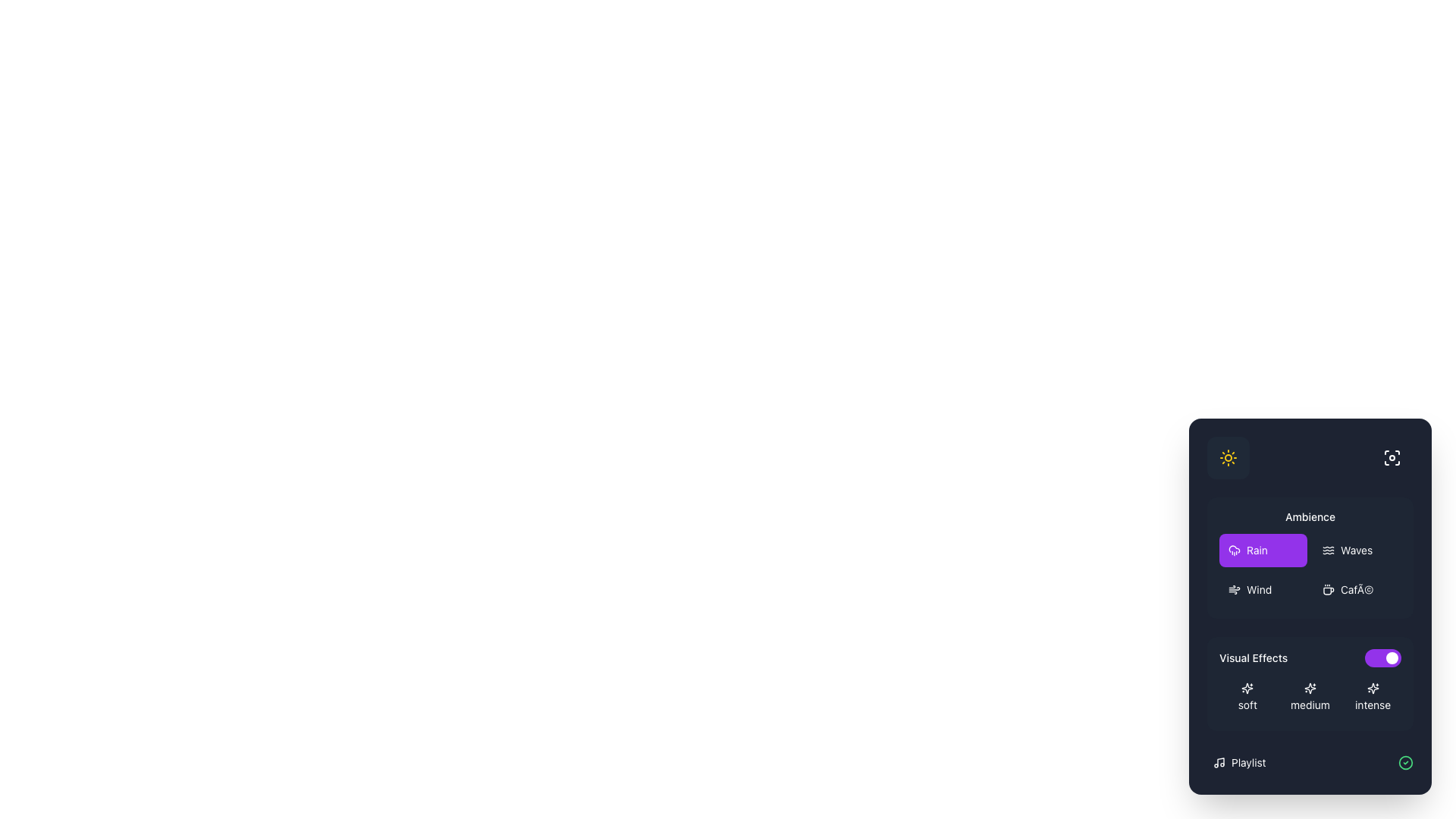  Describe the element at coordinates (1310, 637) in the screenshot. I see `the buttons in the 'Visual Effects' control panel` at that location.